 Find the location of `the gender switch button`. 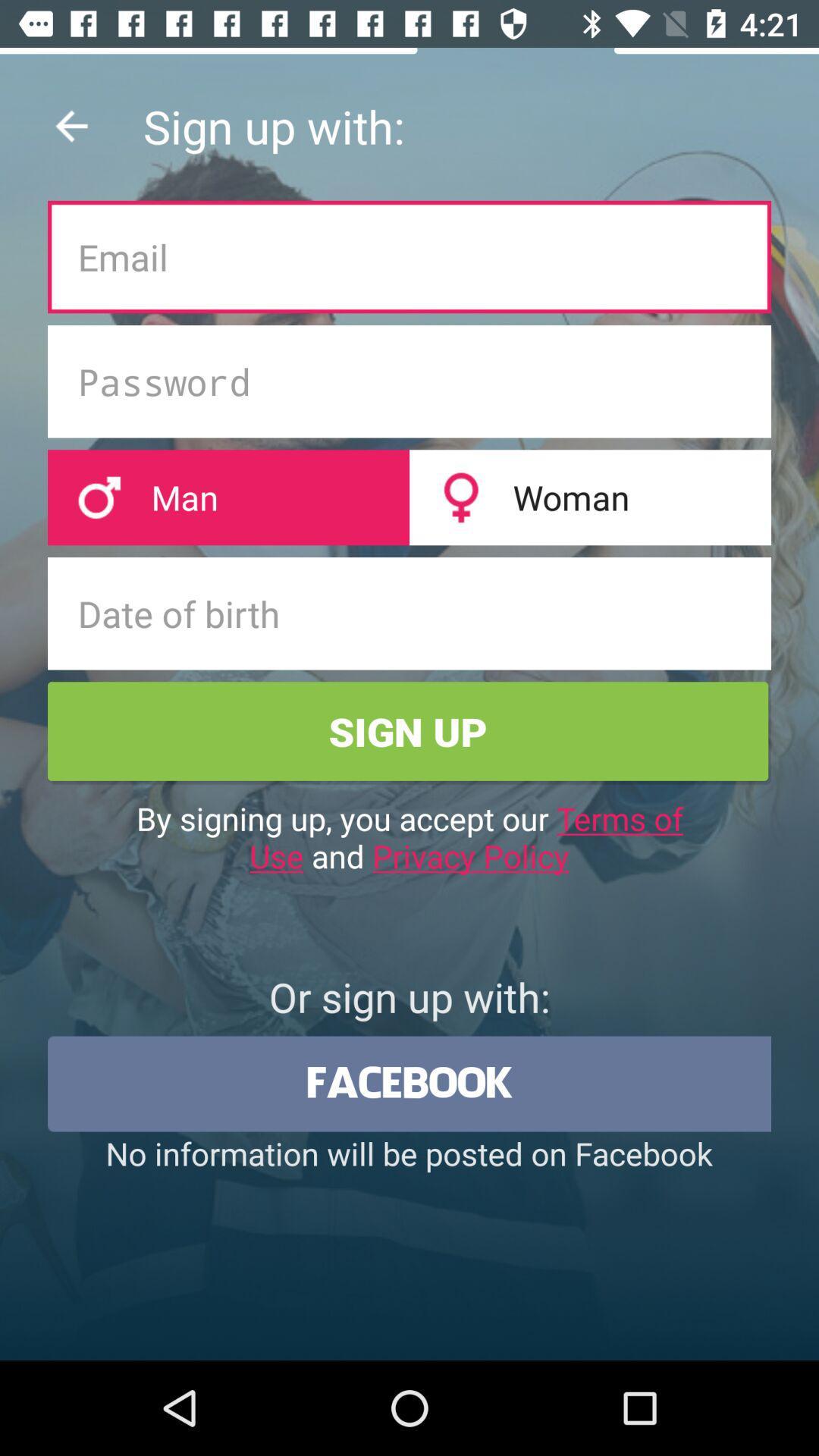

the gender switch button is located at coordinates (409, 497).